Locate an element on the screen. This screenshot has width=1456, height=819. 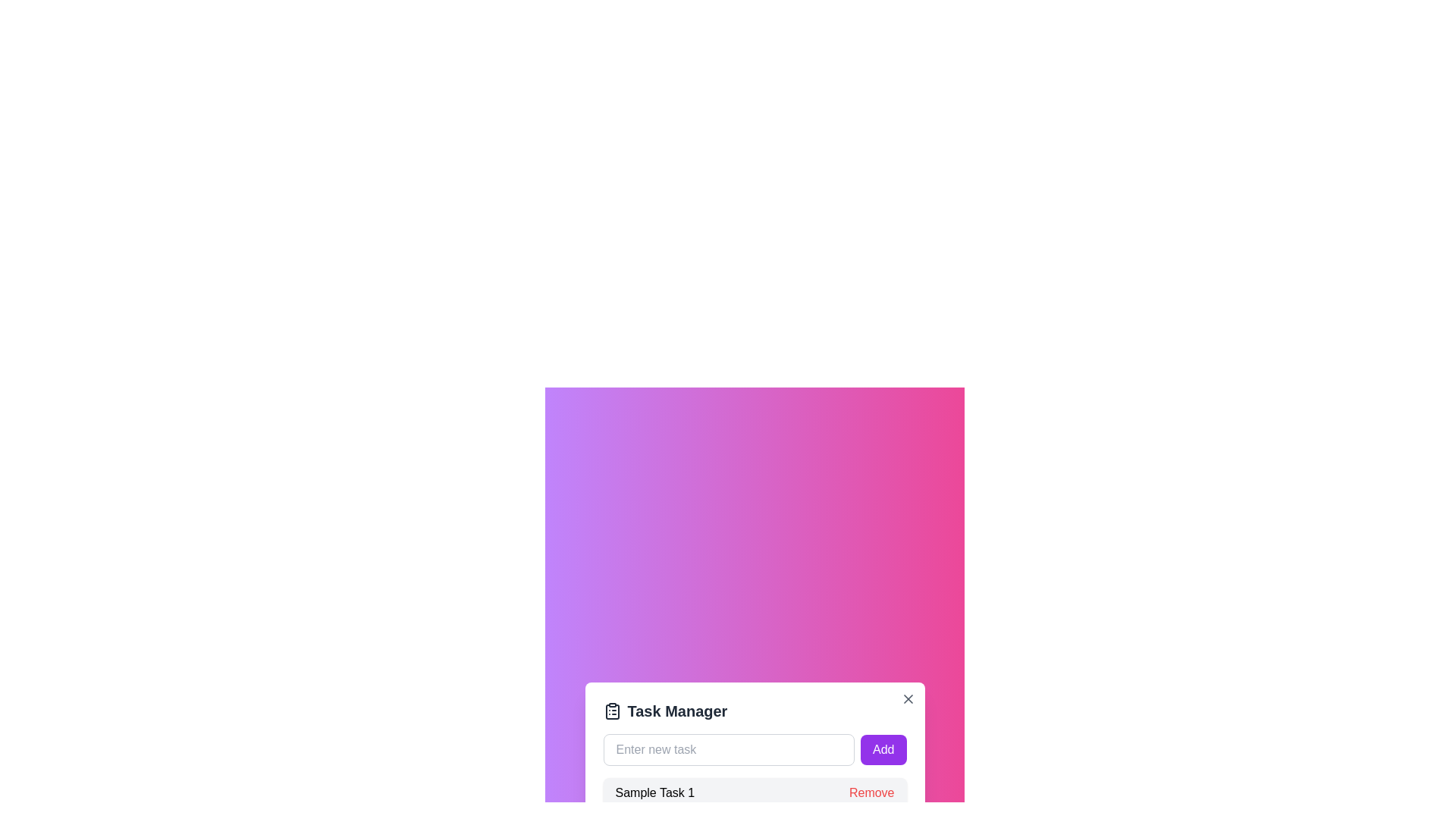
the red 'Remove' button located at the far right of the row adjacent to 'Sample Task 1' is located at coordinates (871, 792).